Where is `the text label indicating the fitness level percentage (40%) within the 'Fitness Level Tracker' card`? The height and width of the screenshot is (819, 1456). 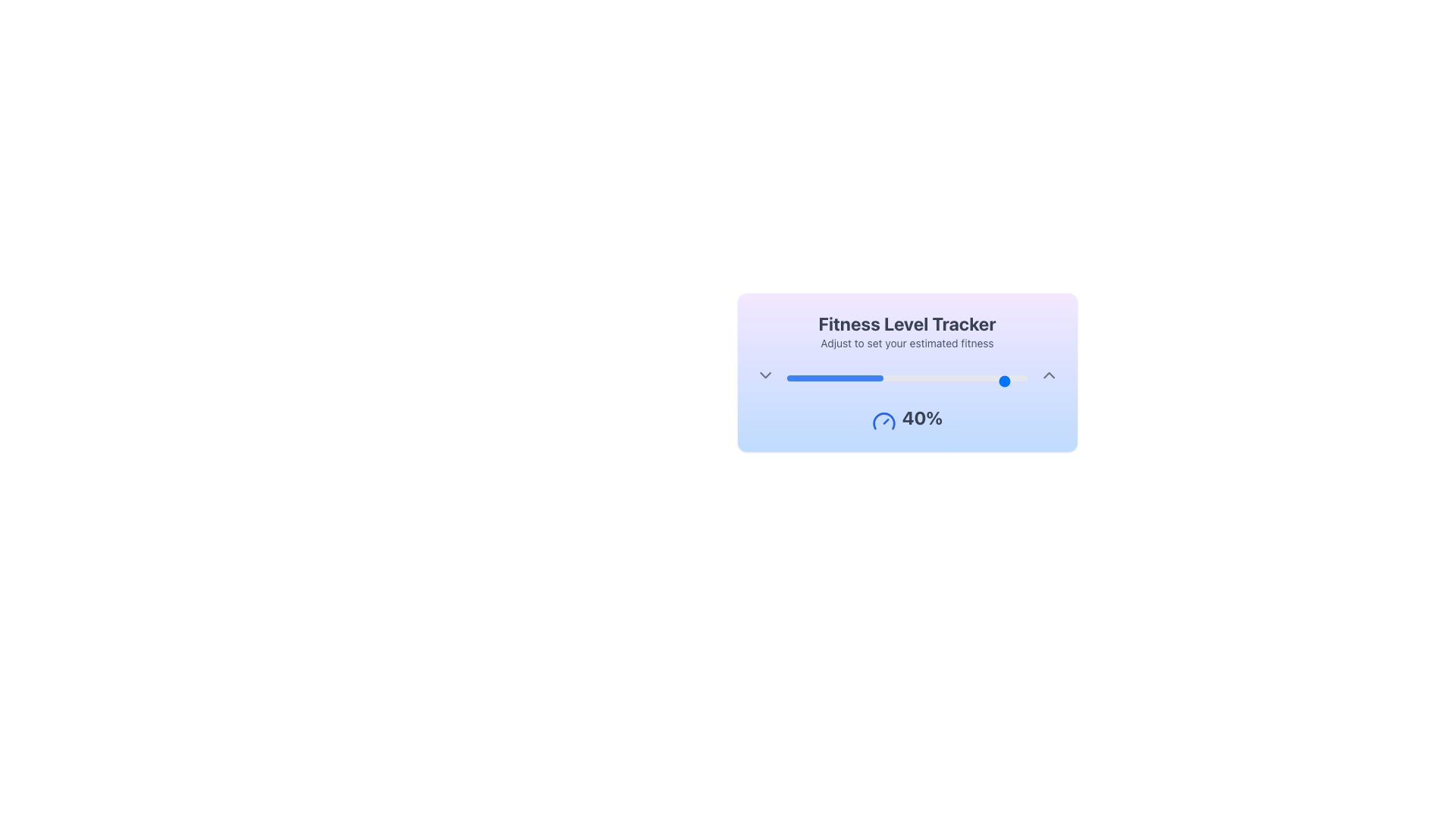 the text label indicating the fitness level percentage (40%) within the 'Fitness Level Tracker' card is located at coordinates (907, 419).